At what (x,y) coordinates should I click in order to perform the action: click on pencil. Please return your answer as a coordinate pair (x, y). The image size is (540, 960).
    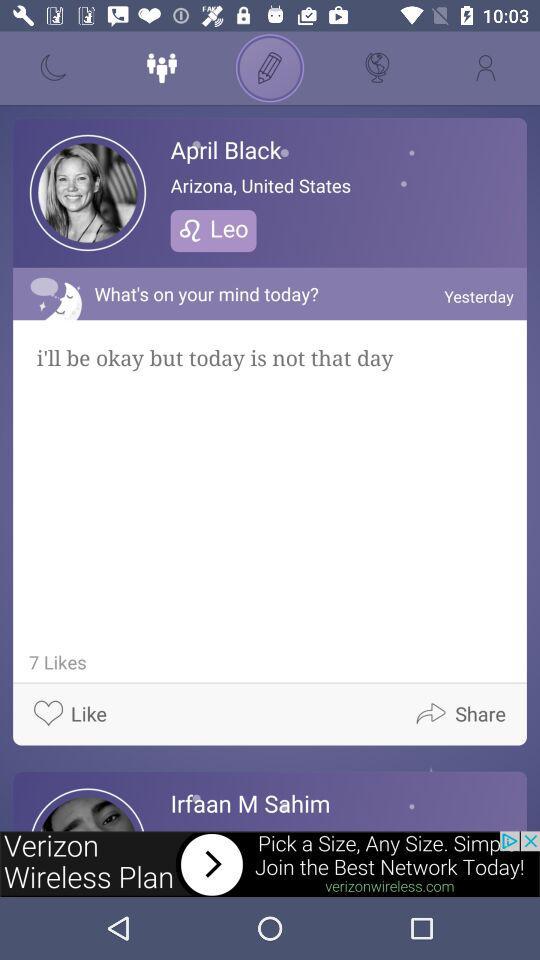
    Looking at the image, I should click on (270, 68).